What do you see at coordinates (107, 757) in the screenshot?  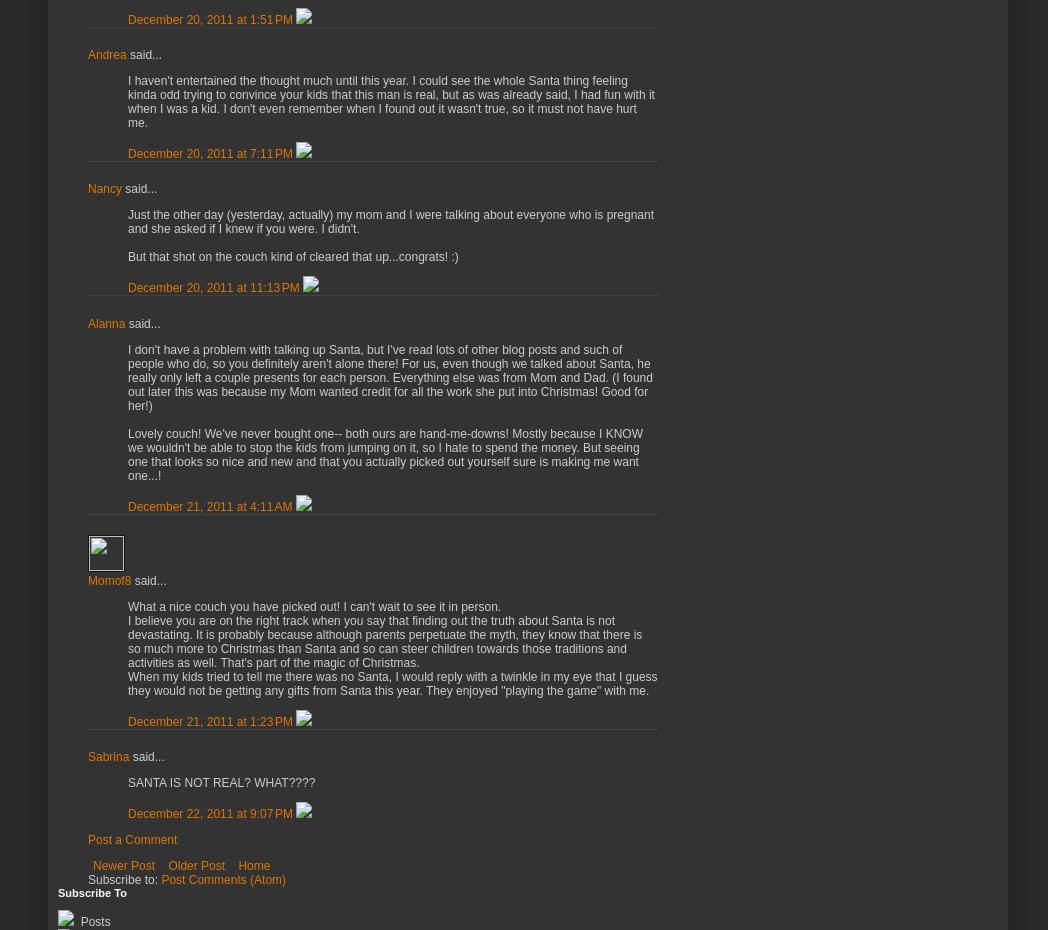 I see `'Sabrina'` at bounding box center [107, 757].